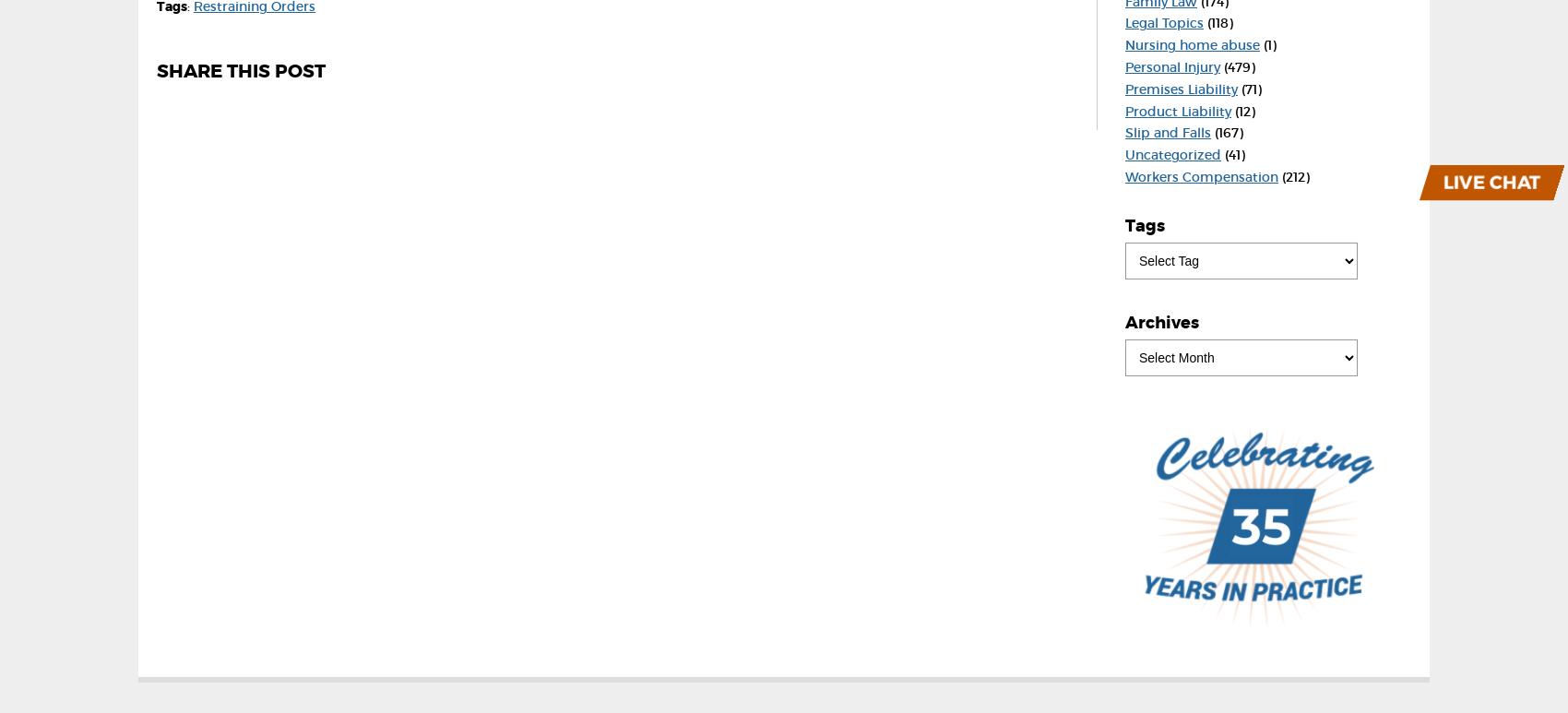 The image size is (1568, 713). What do you see at coordinates (1123, 44) in the screenshot?
I see `'Nursing home abuse'` at bounding box center [1123, 44].